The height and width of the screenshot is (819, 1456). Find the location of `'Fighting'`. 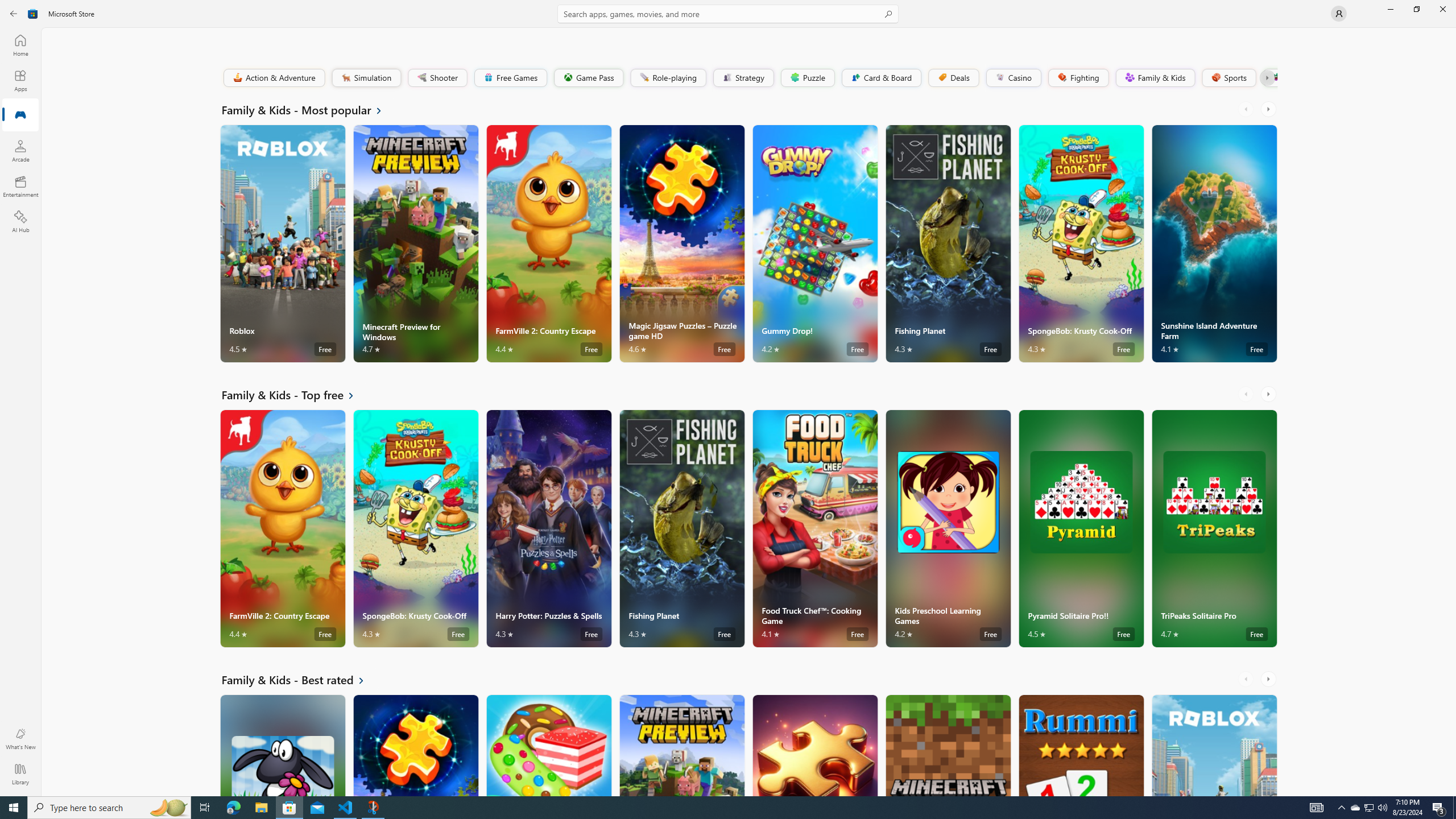

'Fighting' is located at coordinates (1078, 77).